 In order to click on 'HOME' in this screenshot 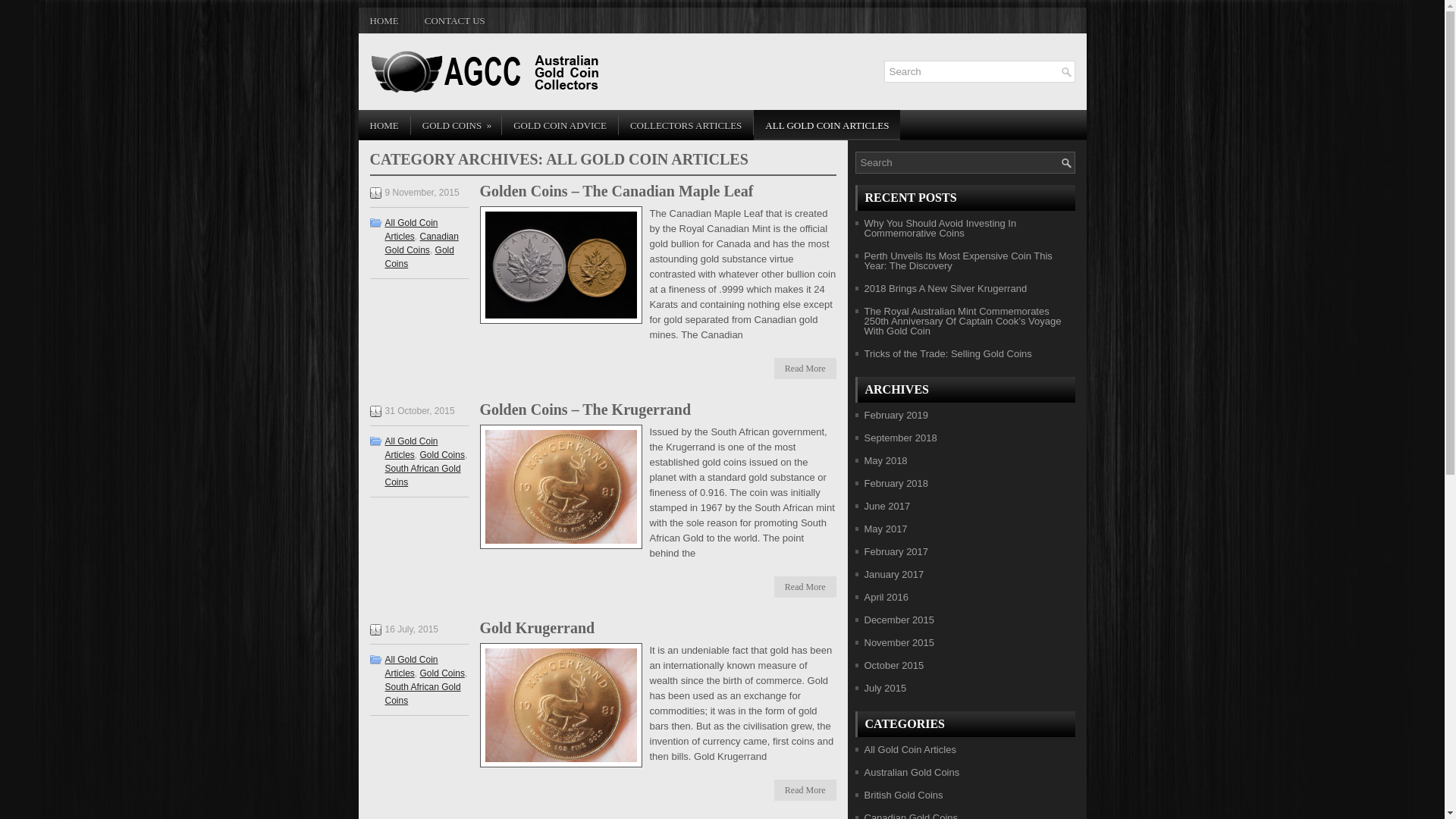, I will do `click(383, 20)`.